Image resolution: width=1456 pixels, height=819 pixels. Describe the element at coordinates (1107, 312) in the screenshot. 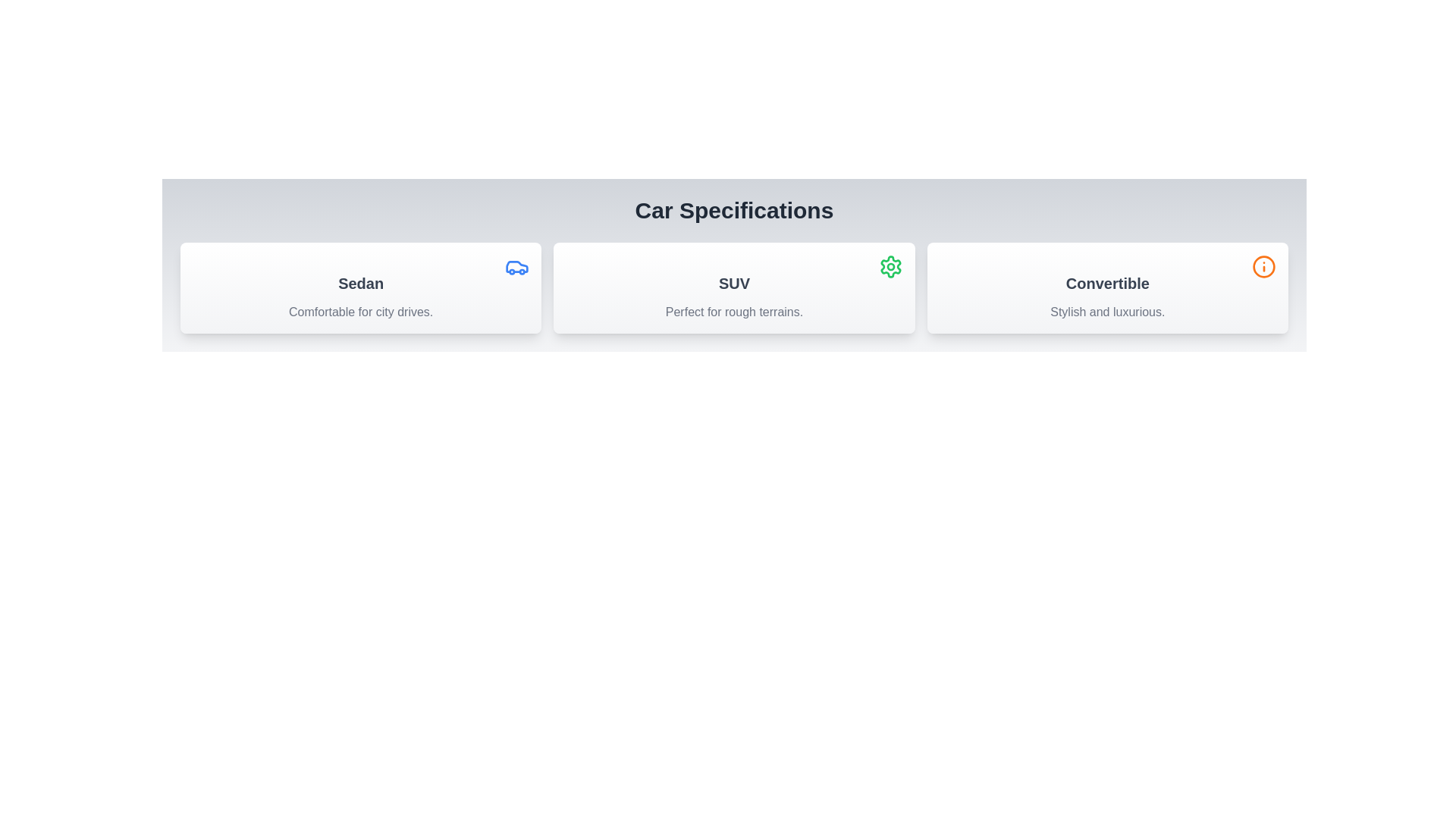

I see `descriptive text label located below the header 'Convertible' in the third card of the 'Car Specifications' section` at that location.